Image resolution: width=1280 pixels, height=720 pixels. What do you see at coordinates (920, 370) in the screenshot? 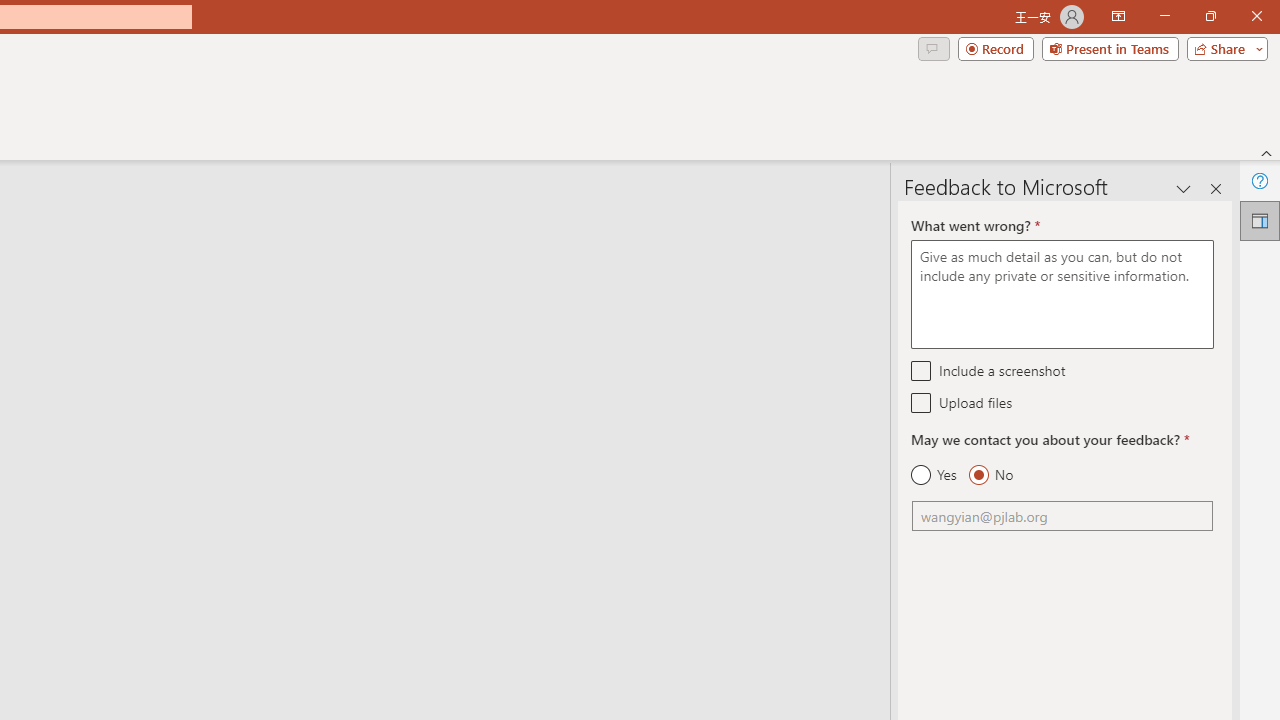
I see `'Include a screenshot'` at bounding box center [920, 370].